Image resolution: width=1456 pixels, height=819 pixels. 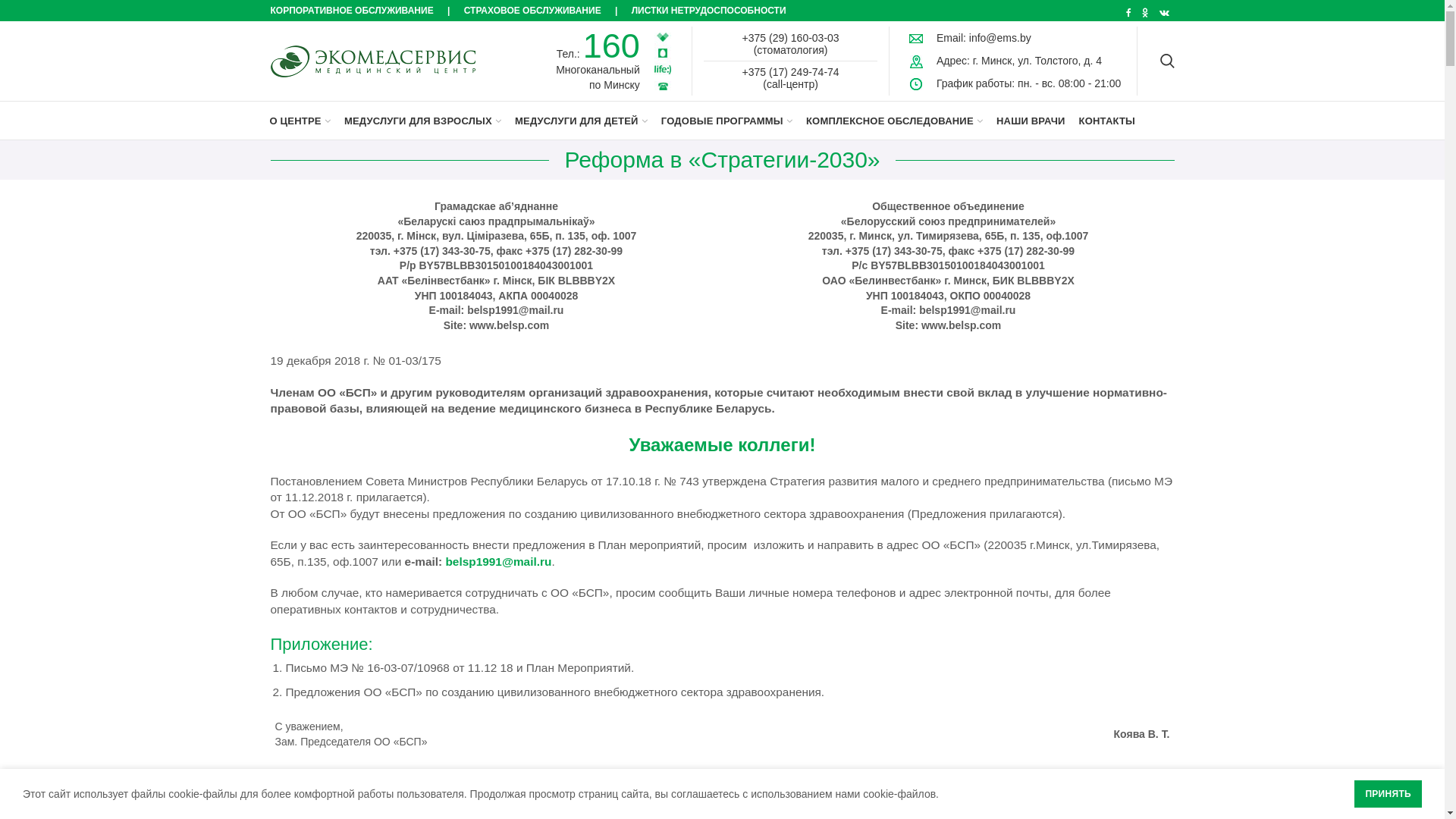 What do you see at coordinates (611, 45) in the screenshot?
I see `'160'` at bounding box center [611, 45].